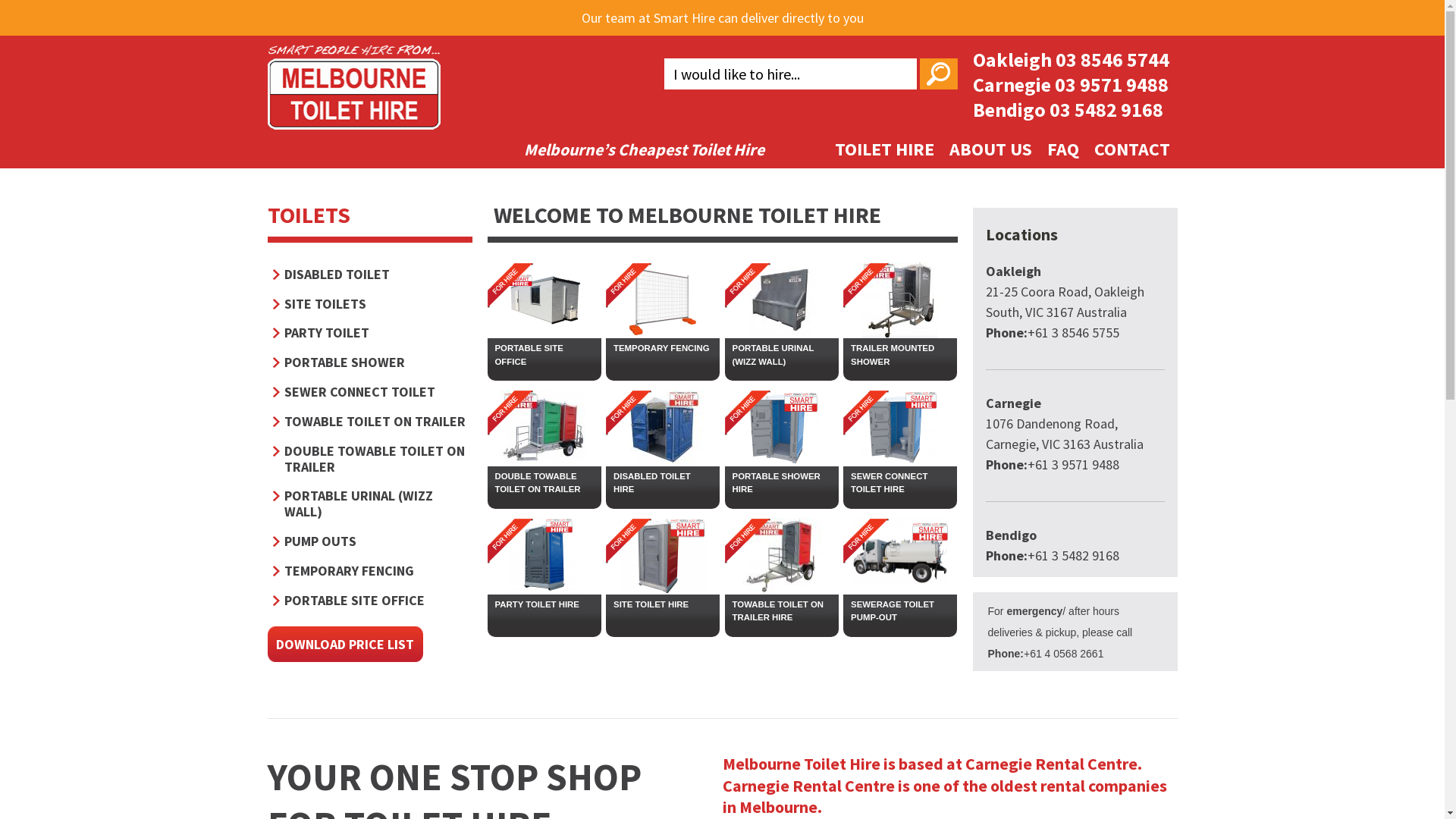 The width and height of the screenshot is (1456, 819). What do you see at coordinates (370, 540) in the screenshot?
I see `'PUMP OUTS'` at bounding box center [370, 540].